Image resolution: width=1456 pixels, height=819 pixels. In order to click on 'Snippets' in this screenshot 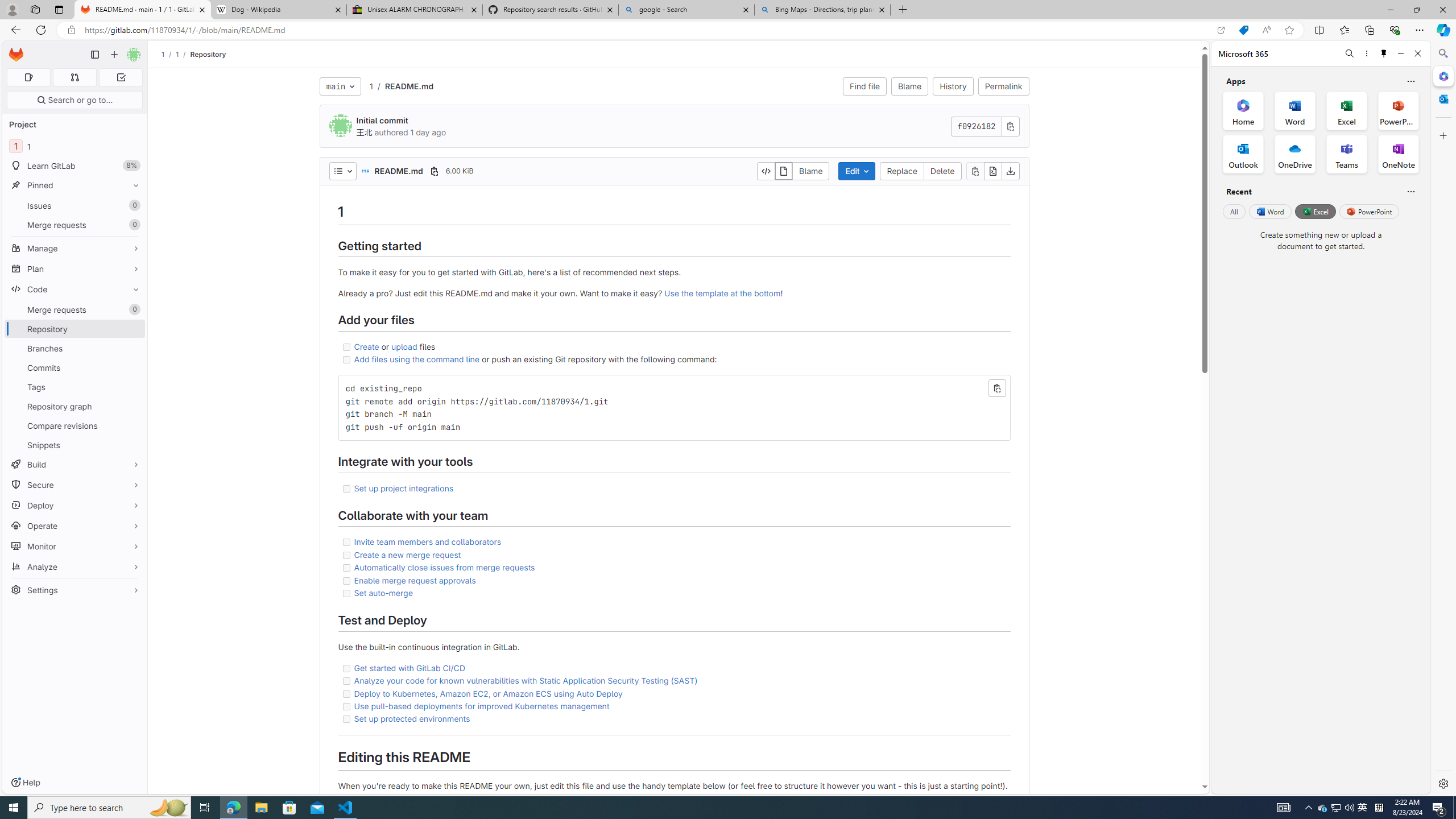, I will do `click(74, 444)`.